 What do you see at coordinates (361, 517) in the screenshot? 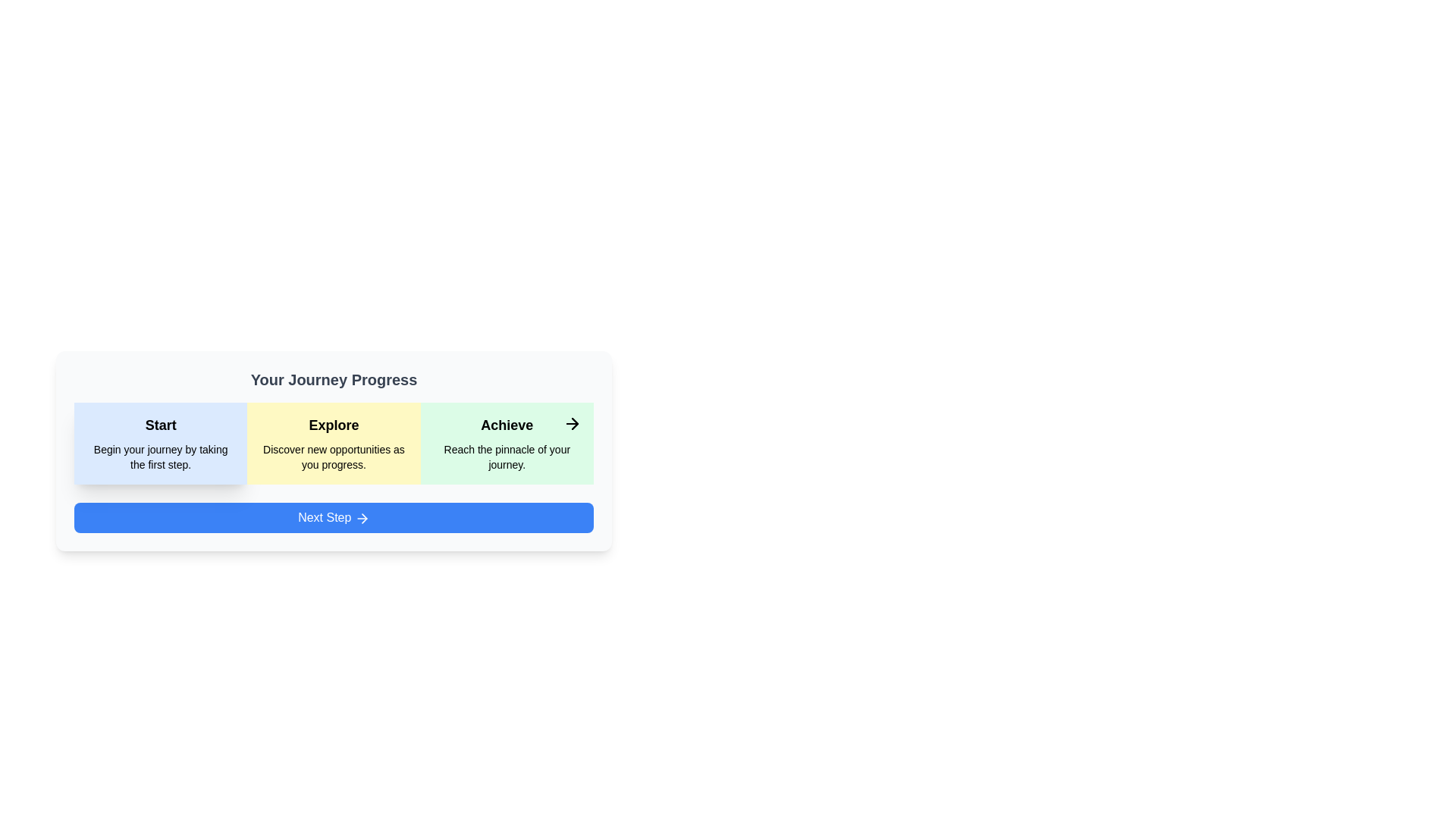
I see `the right-pointing arrow icon within the 'Next Step' button, which has a blue background and white text, located at the bottom of the interface` at bounding box center [361, 517].